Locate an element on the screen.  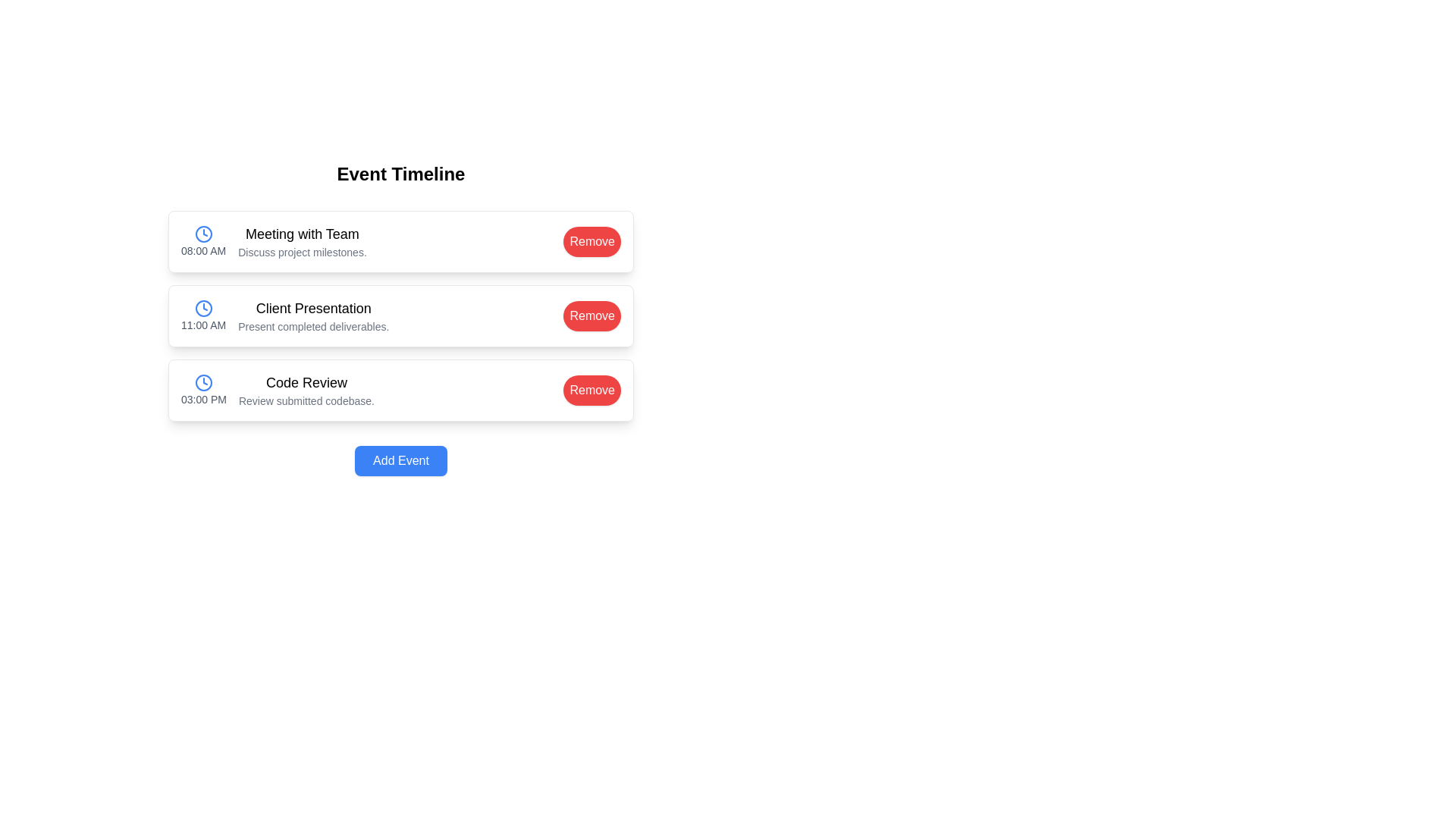
the first 'Remove' button located in the top right corner of the first item in the 'Event Timeline' is located at coordinates (591, 240).